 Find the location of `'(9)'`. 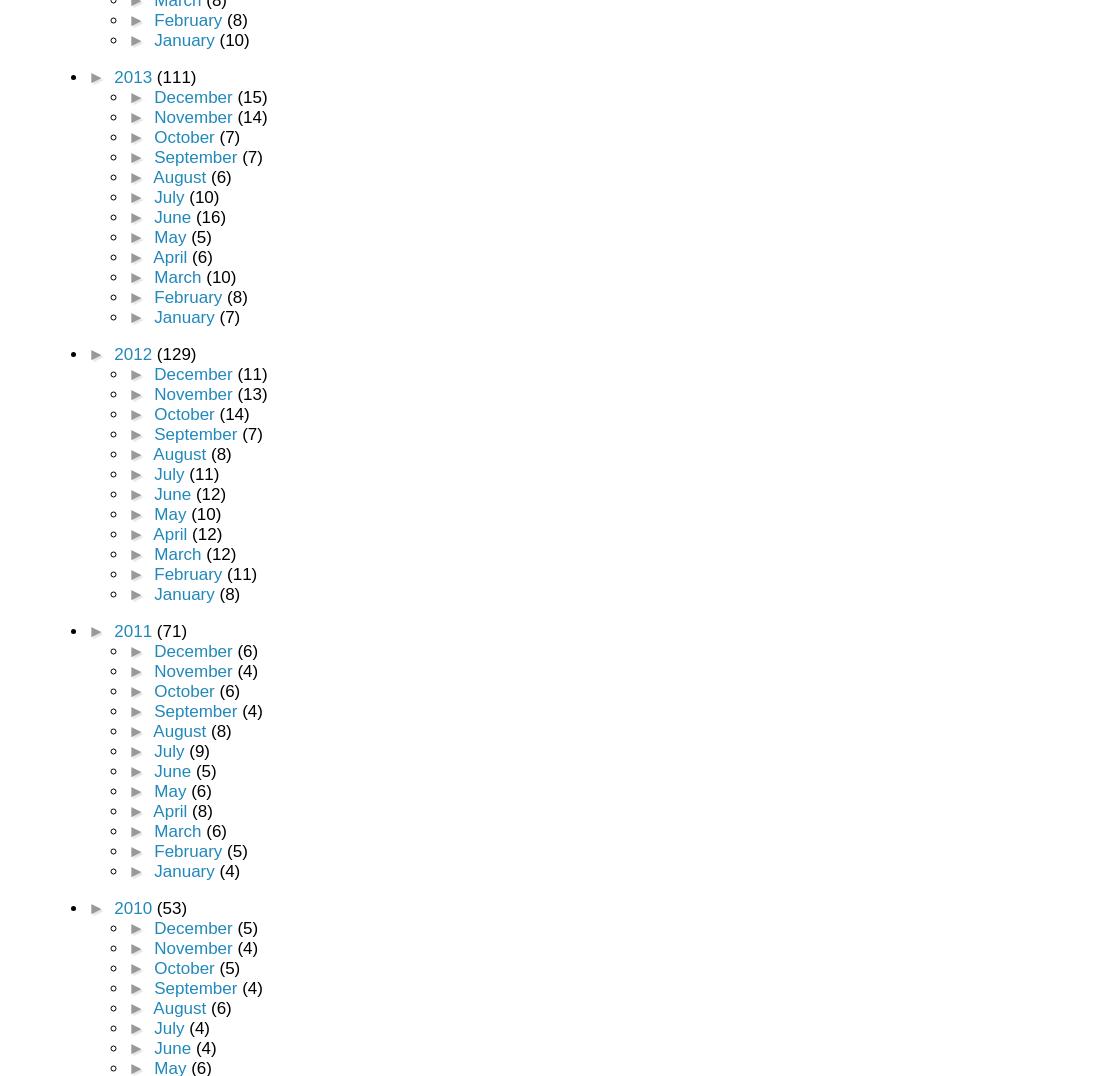

'(9)' is located at coordinates (199, 750).